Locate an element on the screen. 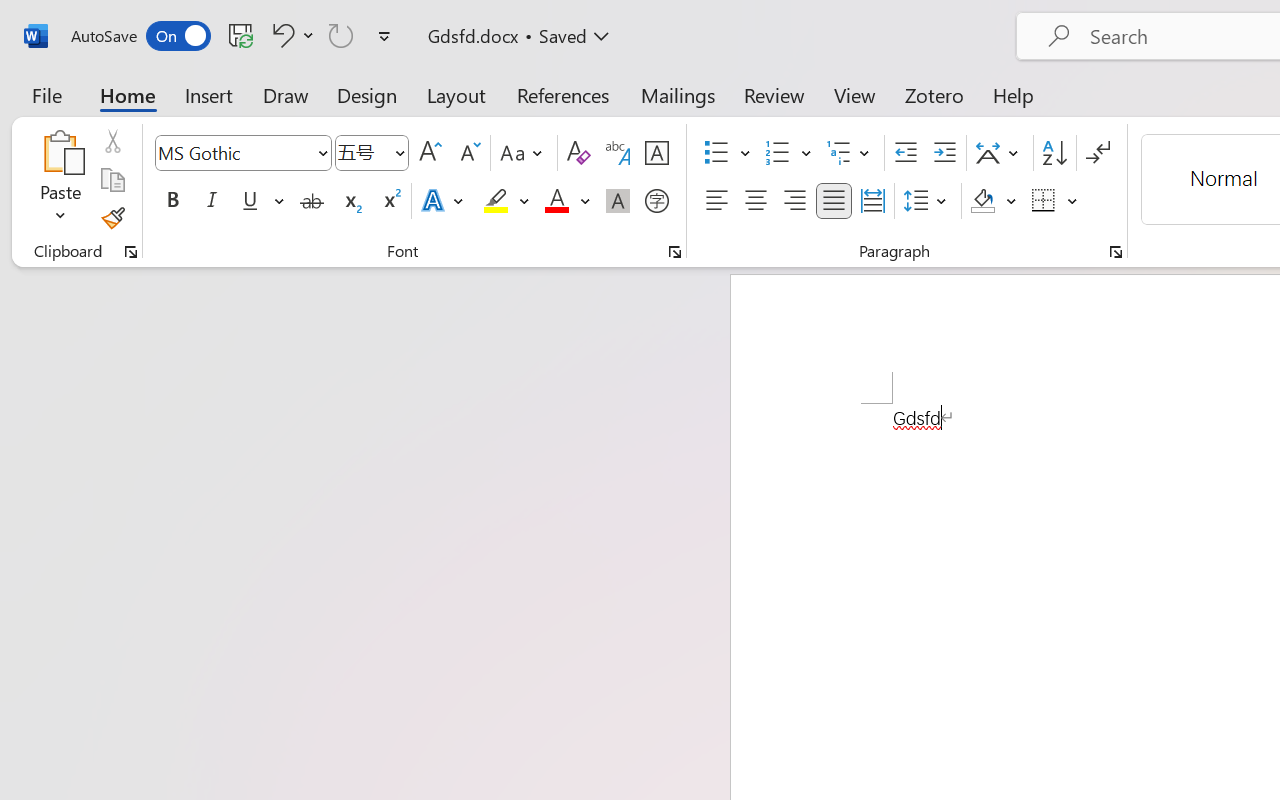 The height and width of the screenshot is (800, 1280). 'Shading' is located at coordinates (993, 201).